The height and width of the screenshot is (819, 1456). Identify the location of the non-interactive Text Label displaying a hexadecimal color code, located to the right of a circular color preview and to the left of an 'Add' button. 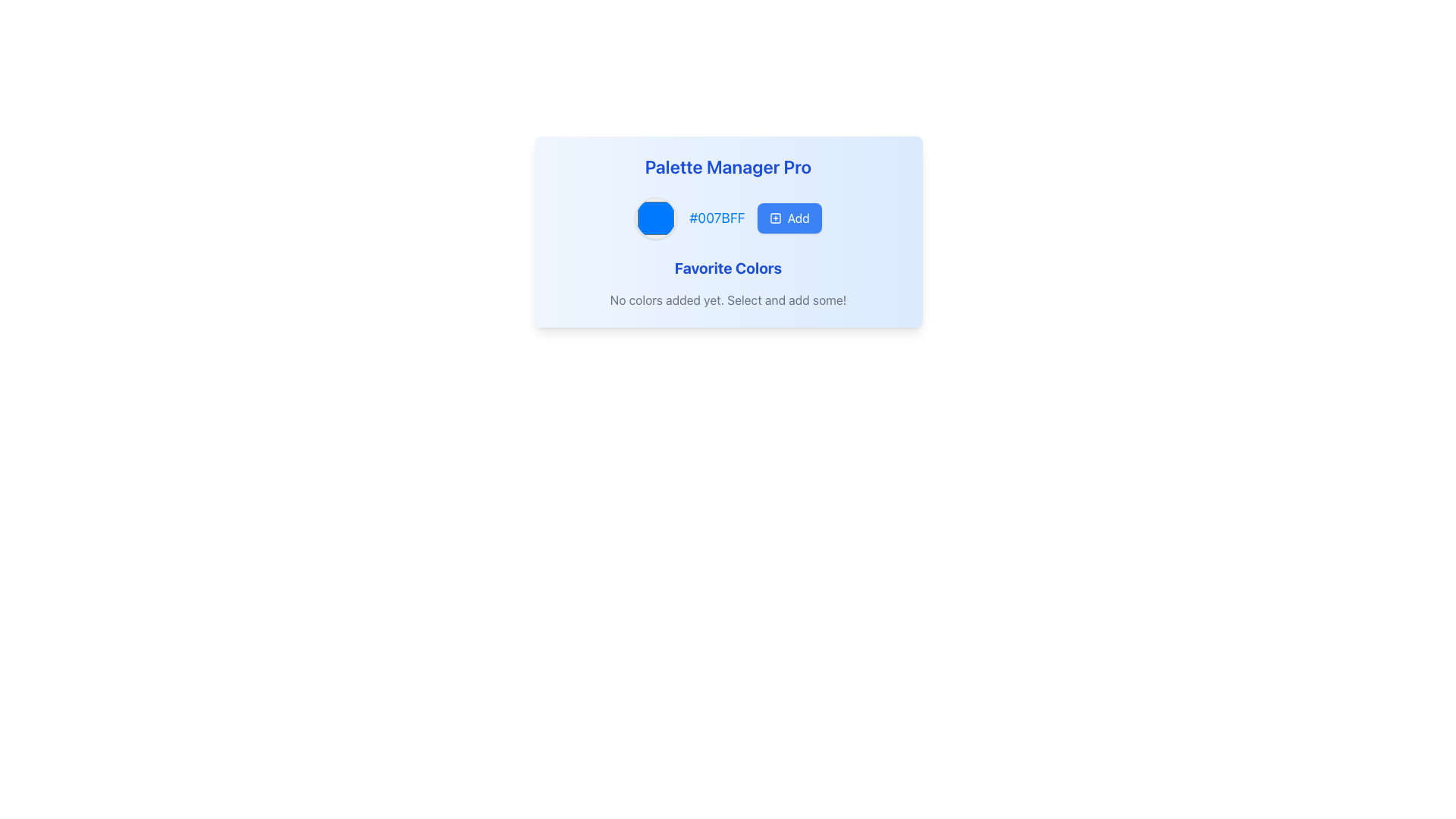
(716, 218).